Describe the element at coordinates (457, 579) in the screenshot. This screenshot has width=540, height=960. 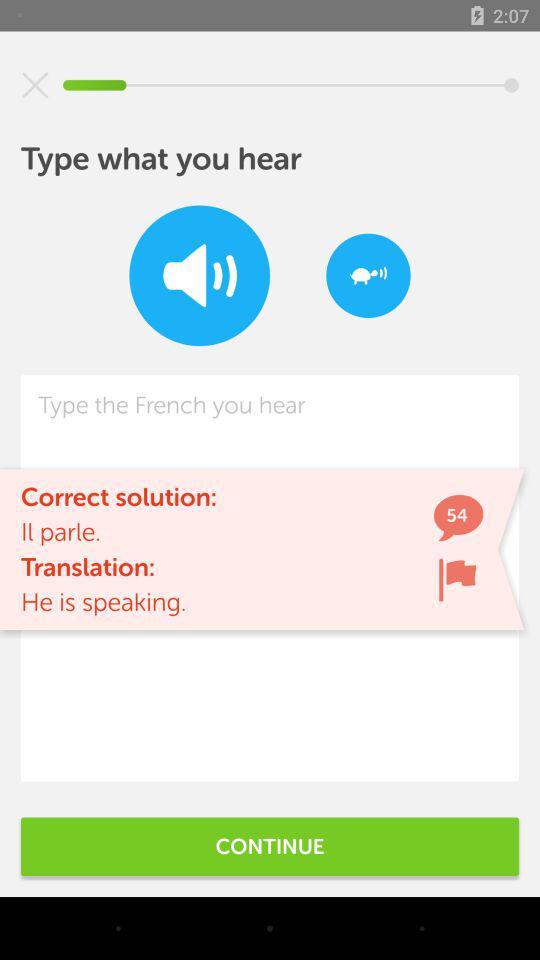
I see `the icon to the right of the he is speaking. icon` at that location.